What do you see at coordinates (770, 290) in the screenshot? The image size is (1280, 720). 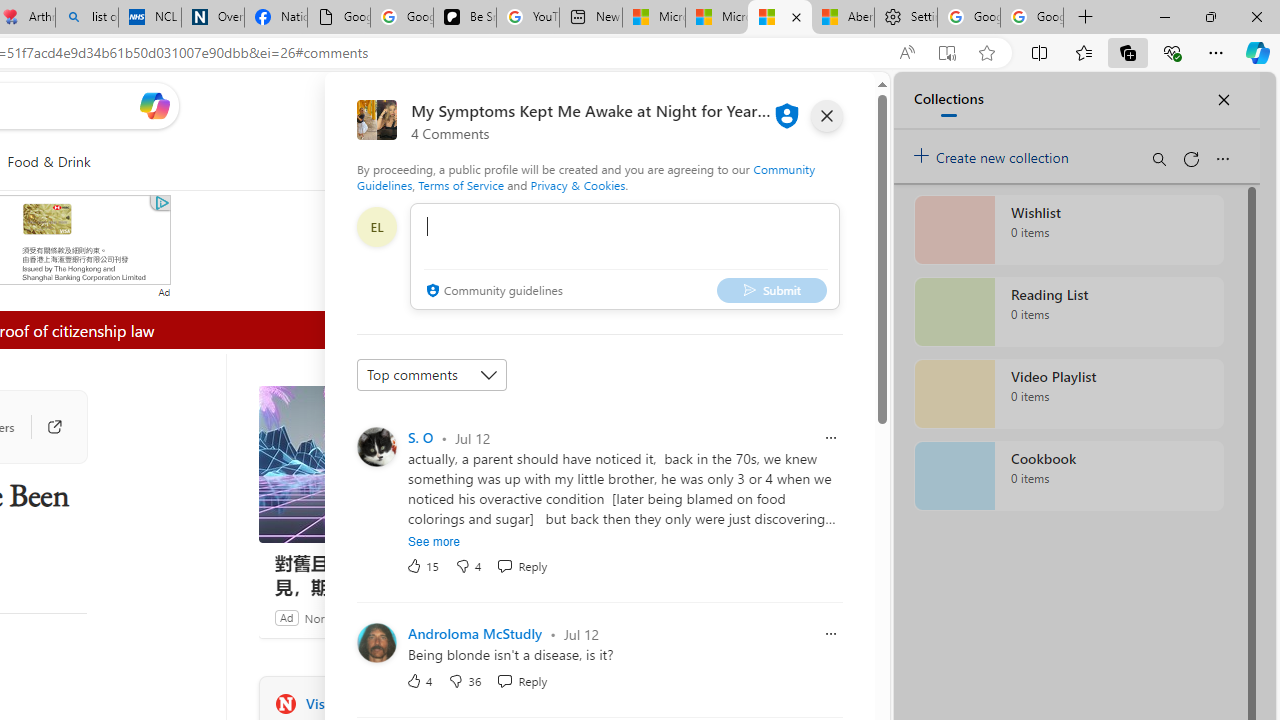 I see `'Submit'` at bounding box center [770, 290].